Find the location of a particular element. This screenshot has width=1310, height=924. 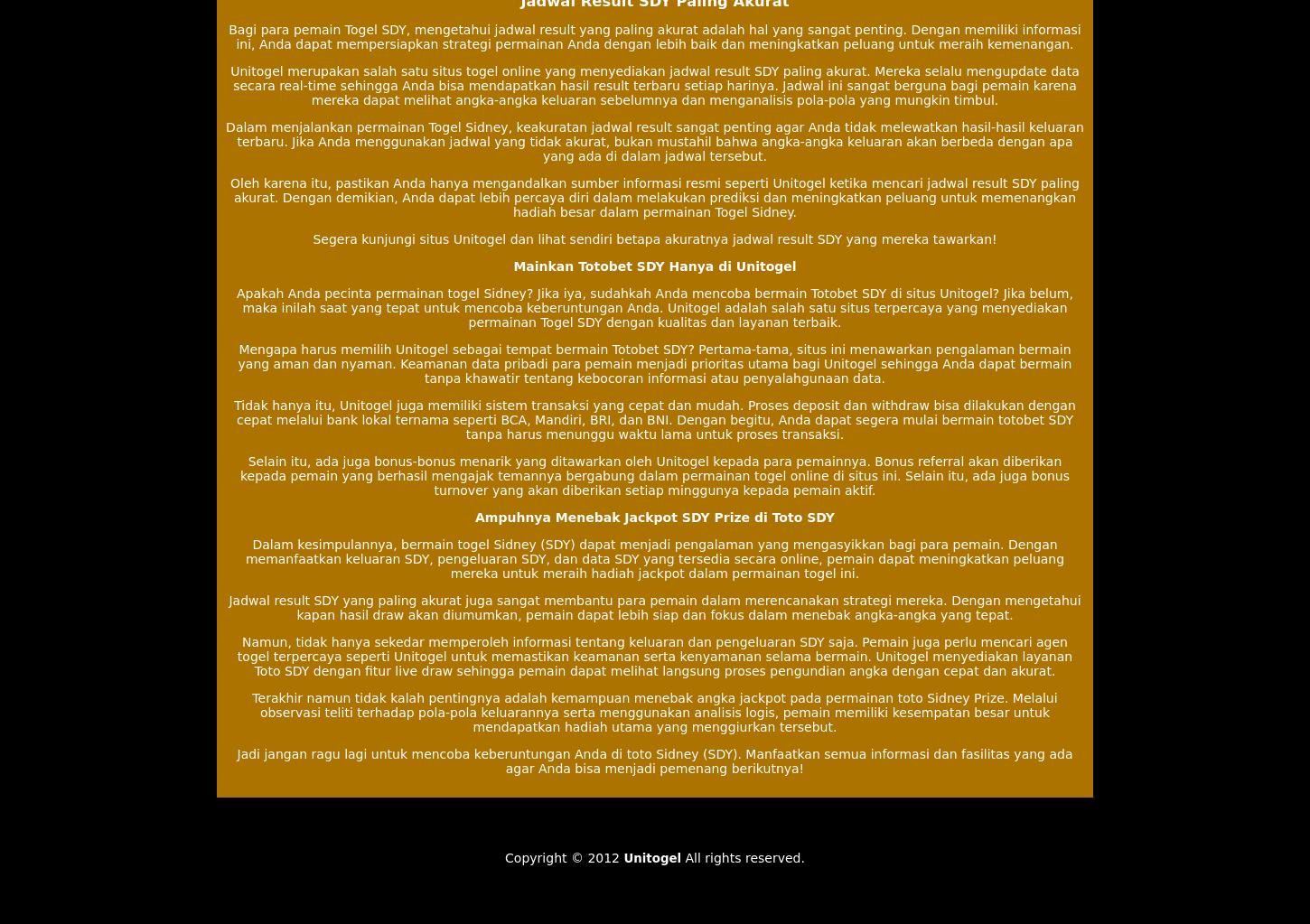

'Unitogel' is located at coordinates (650, 857).